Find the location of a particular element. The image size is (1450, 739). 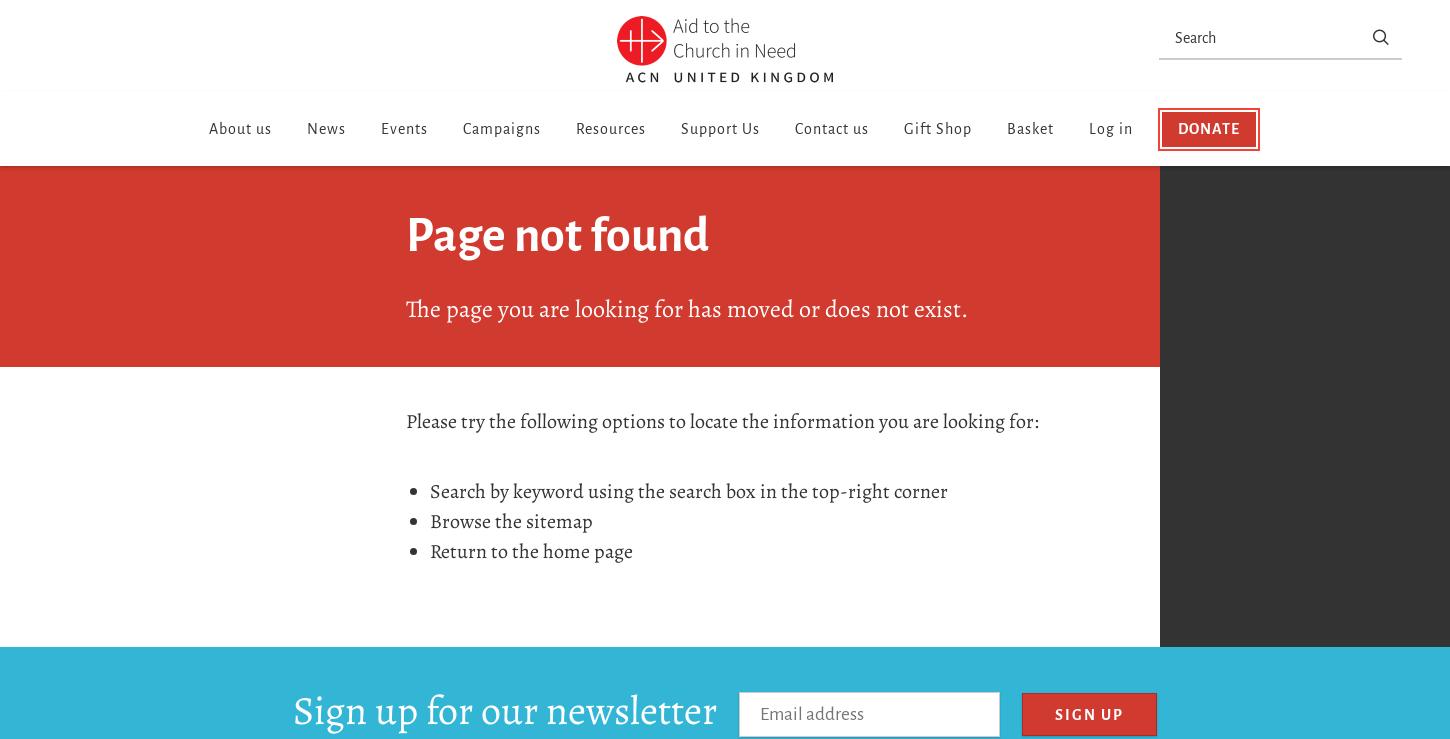

'Page not found' is located at coordinates (557, 236).